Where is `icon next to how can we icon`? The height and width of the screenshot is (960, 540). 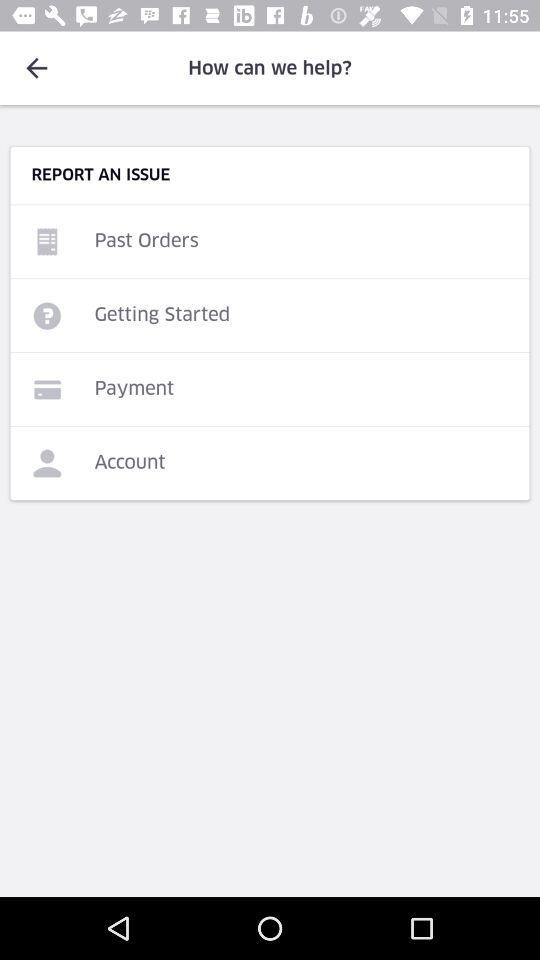
icon next to how can we icon is located at coordinates (36, 68).